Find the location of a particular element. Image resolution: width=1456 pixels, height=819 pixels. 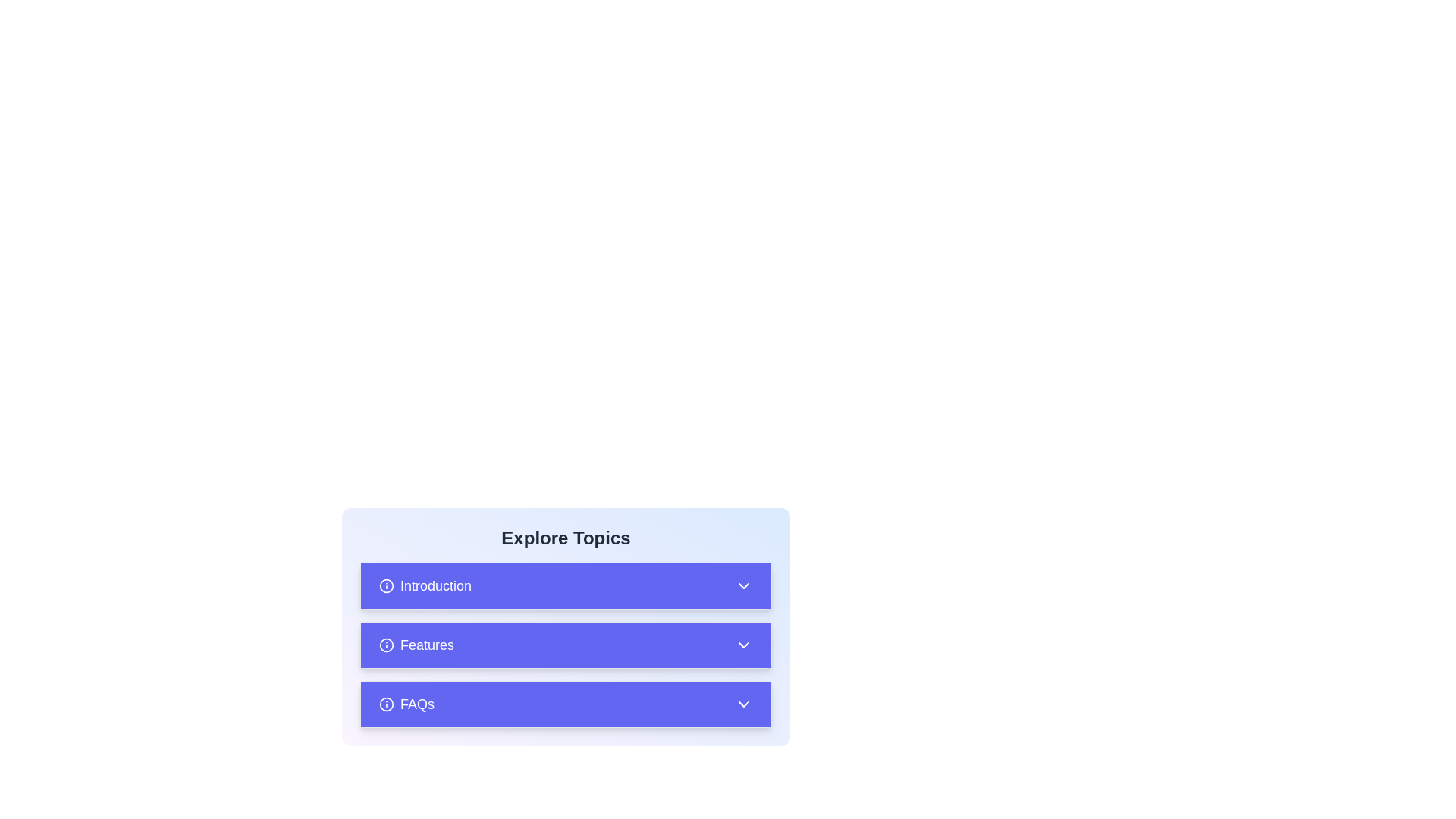

the 'Features' button located as the second item in a vertical list, positioned below 'Introduction' and above 'FAQs' is located at coordinates (565, 618).